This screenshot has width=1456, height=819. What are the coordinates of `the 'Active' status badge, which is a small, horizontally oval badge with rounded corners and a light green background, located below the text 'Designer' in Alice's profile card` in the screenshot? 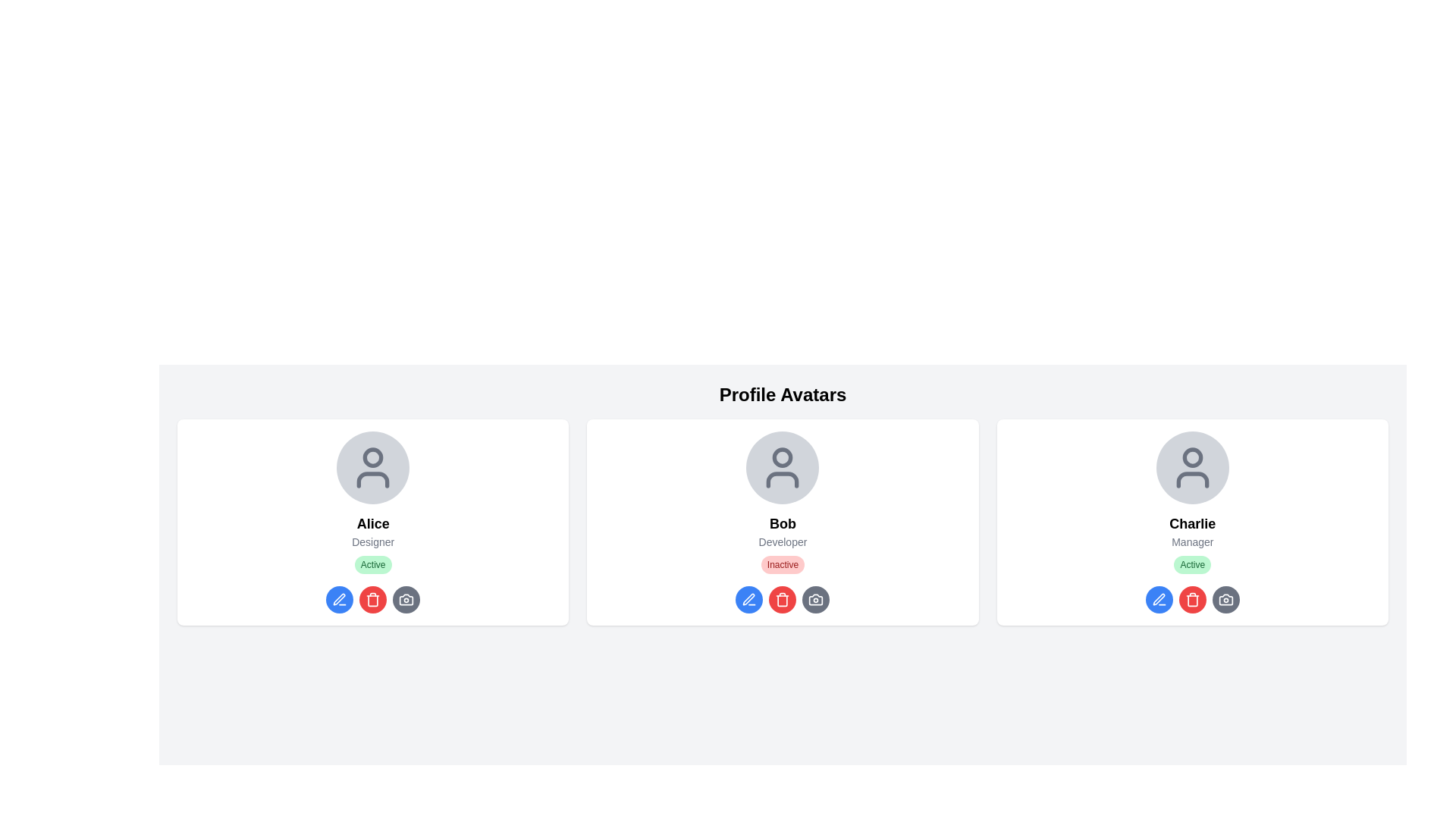 It's located at (373, 564).